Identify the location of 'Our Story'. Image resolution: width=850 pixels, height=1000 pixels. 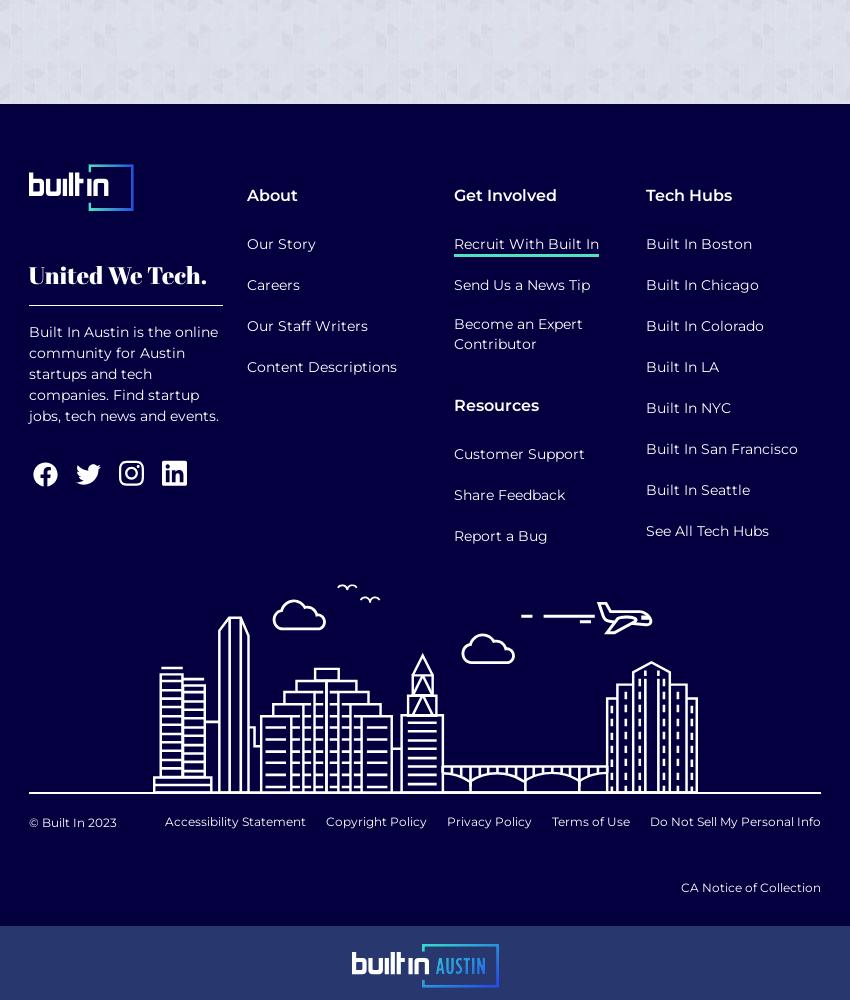
(280, 243).